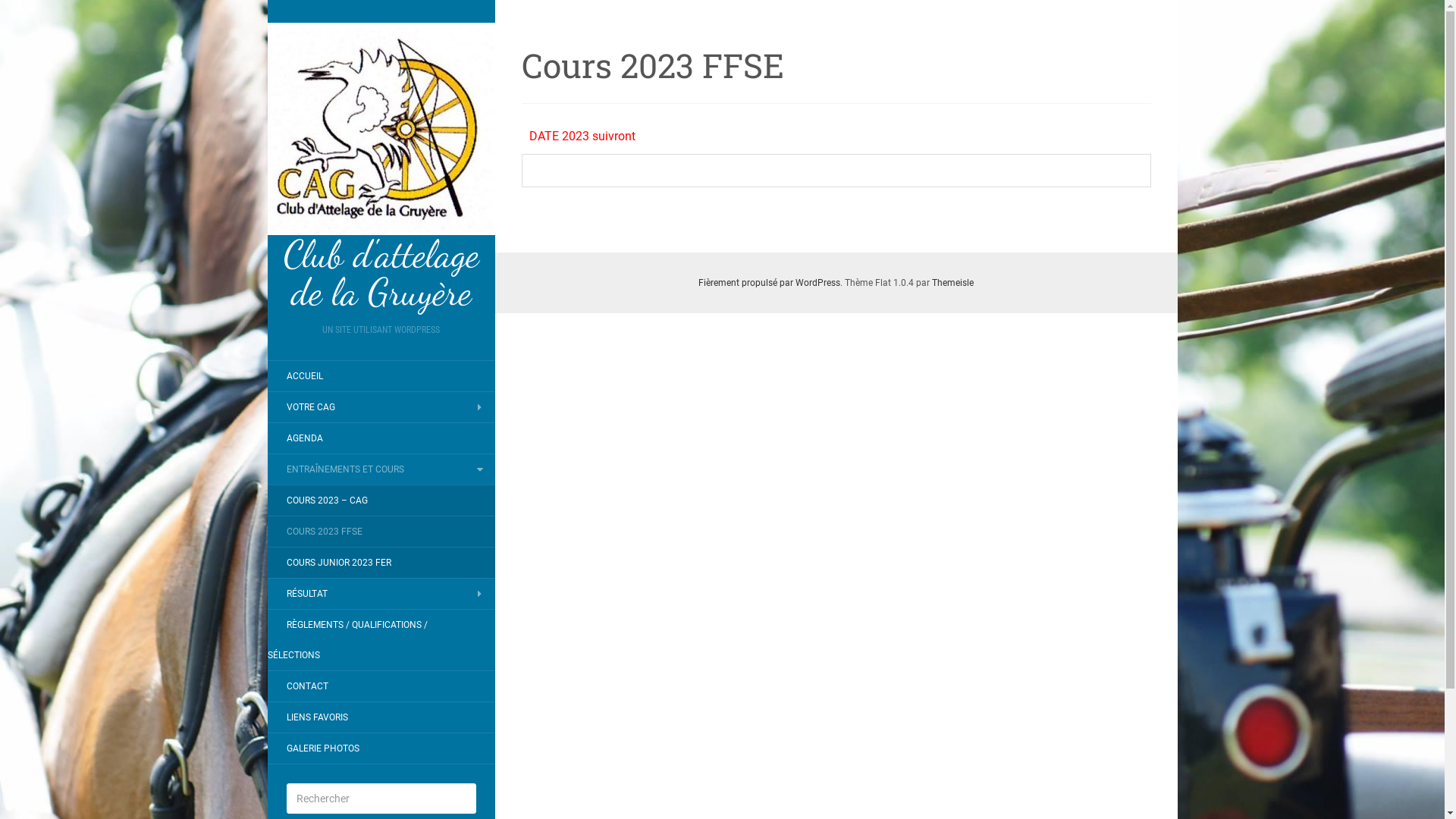  I want to click on 'Rechercher', so click(33, 11).